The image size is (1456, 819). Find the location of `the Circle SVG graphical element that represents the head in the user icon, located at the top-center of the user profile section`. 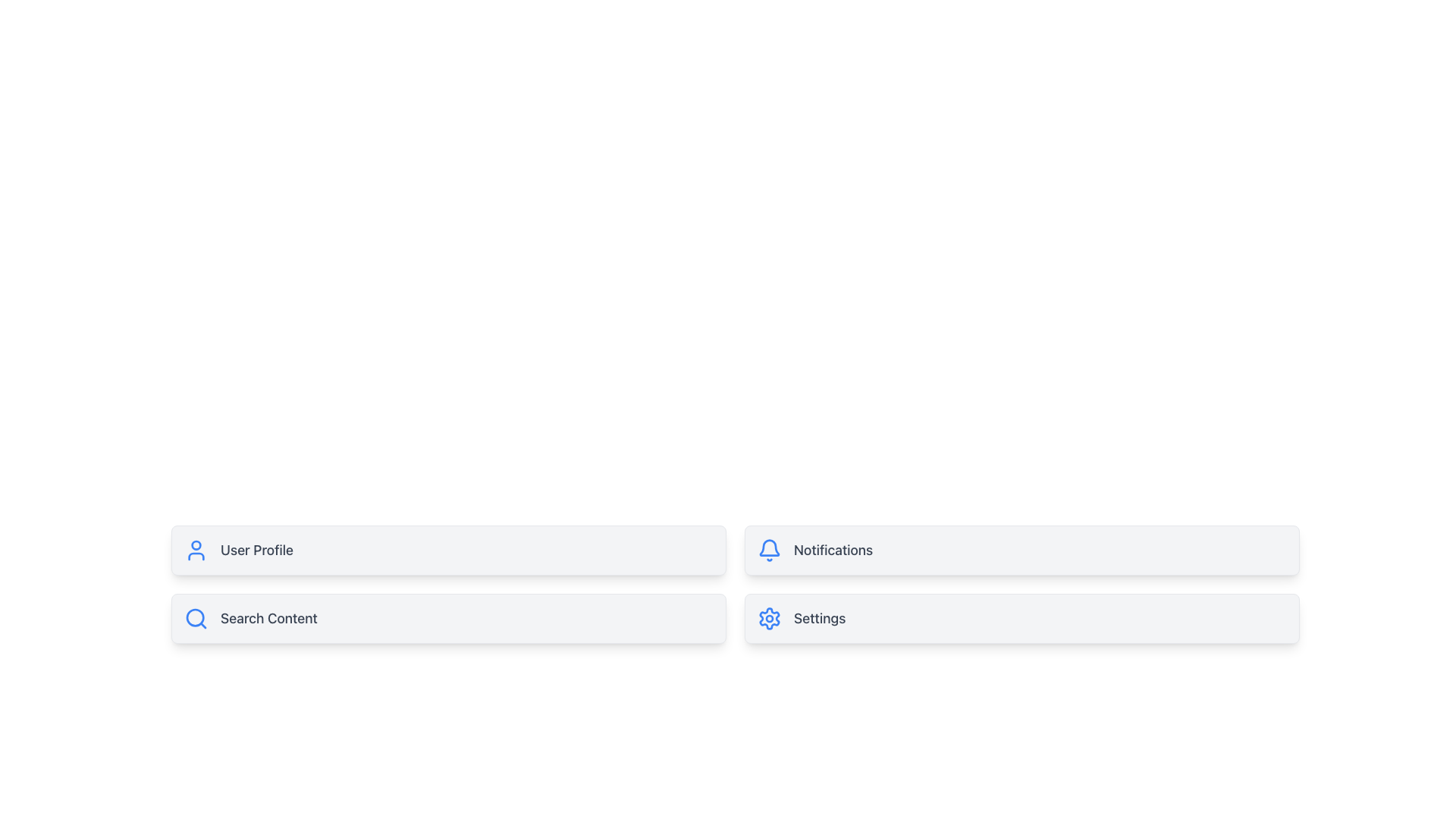

the Circle SVG graphical element that represents the head in the user icon, located at the top-center of the user profile section is located at coordinates (196, 544).